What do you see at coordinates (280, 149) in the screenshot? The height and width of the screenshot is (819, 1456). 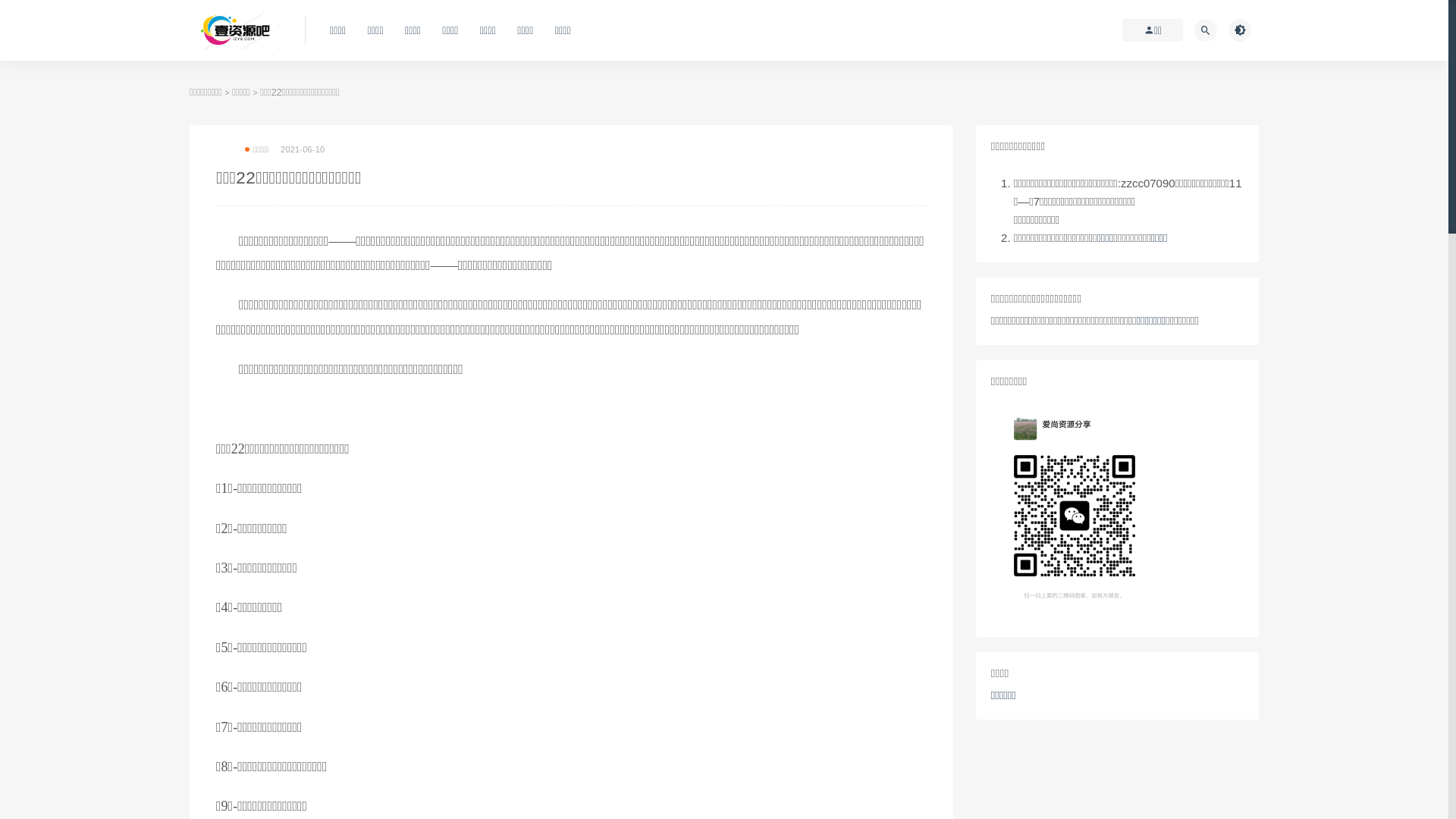 I see `'2021-06-10'` at bounding box center [280, 149].